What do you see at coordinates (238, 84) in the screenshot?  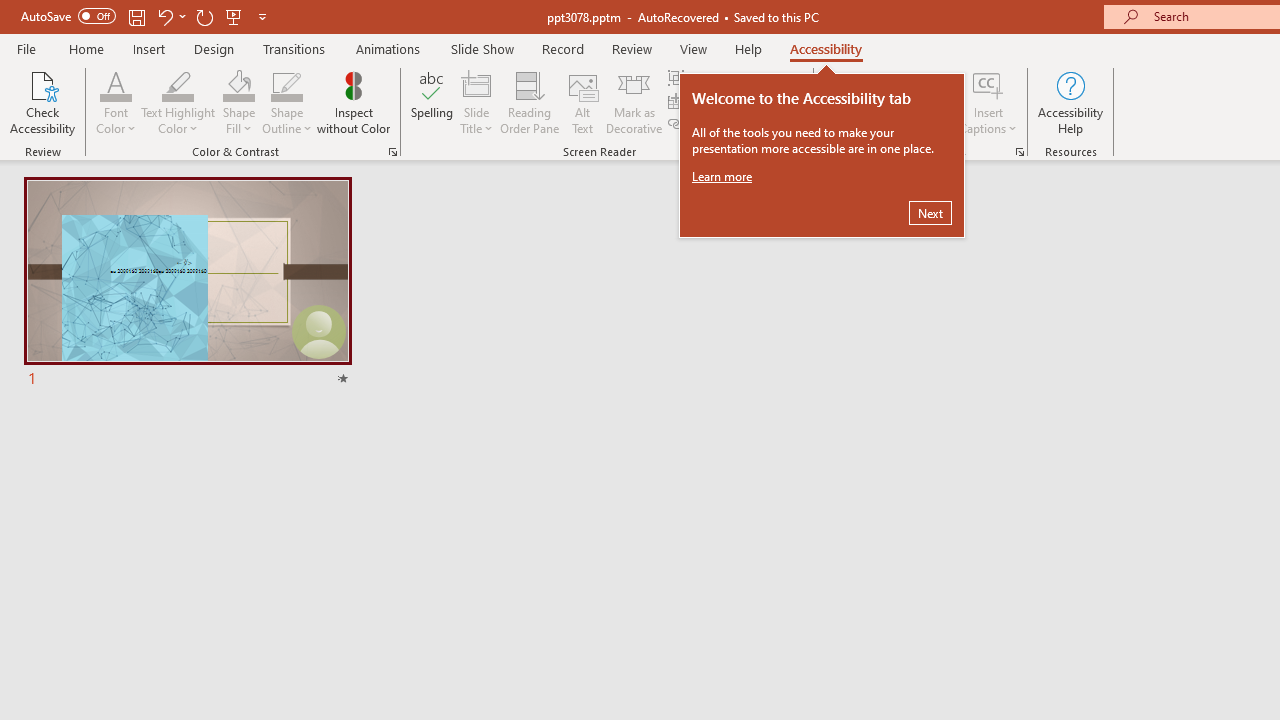 I see `'Shape Fill'` at bounding box center [238, 84].